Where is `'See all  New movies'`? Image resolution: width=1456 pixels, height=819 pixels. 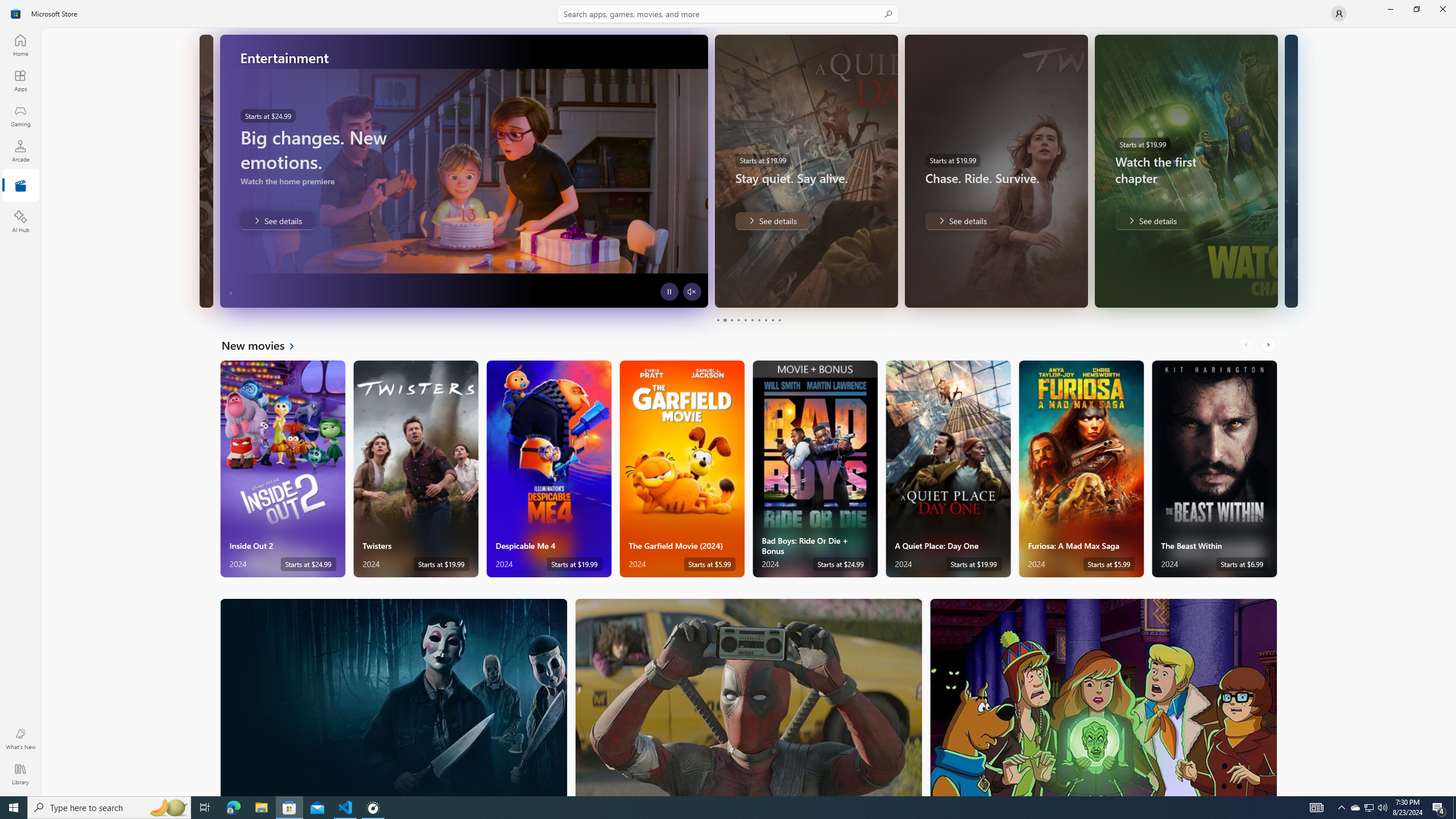 'See all  New movies' is located at coordinates (264, 344).